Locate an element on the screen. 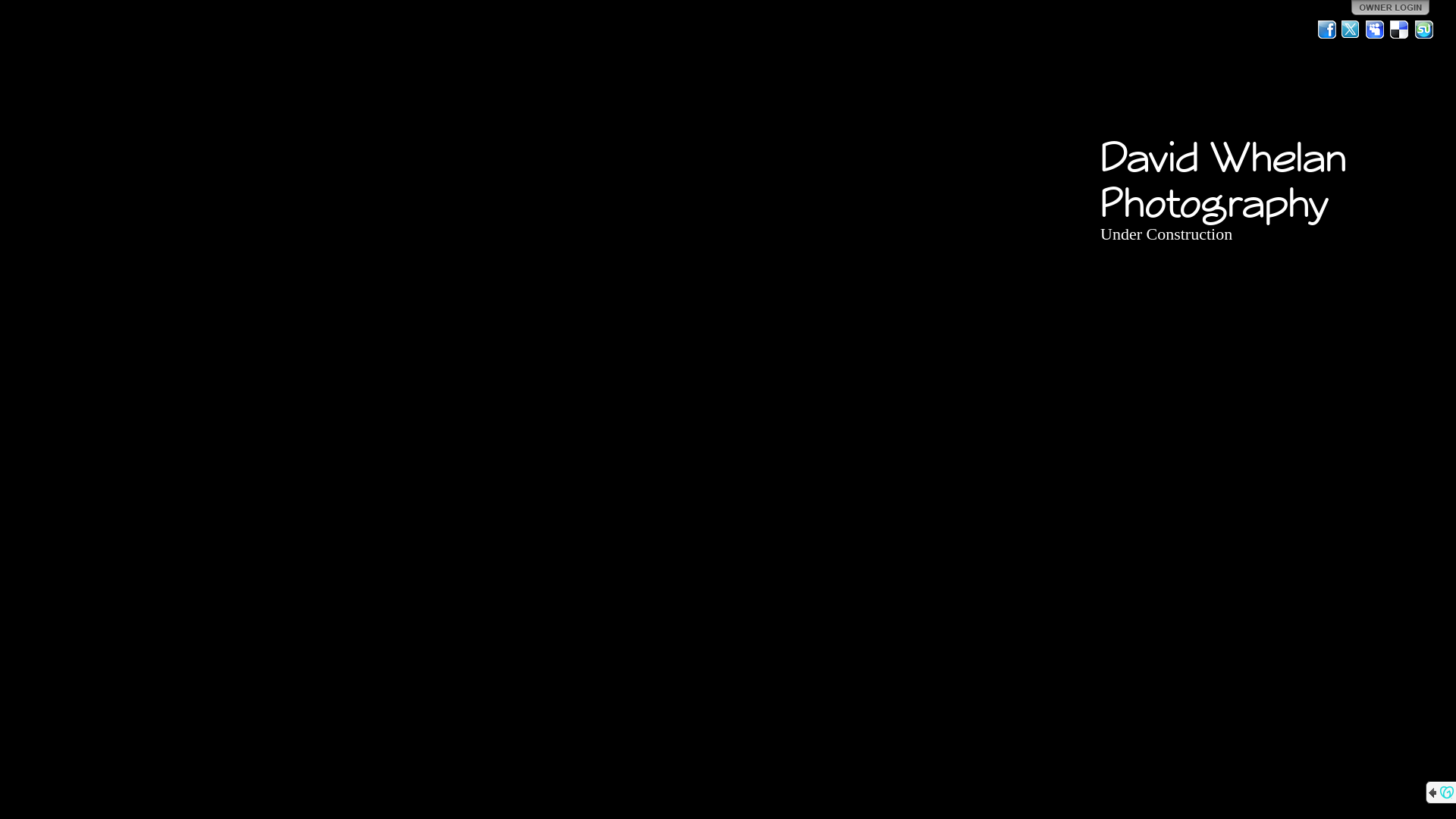 Image resolution: width=1456 pixels, height=819 pixels. 'Twitter' is located at coordinates (1340, 29).